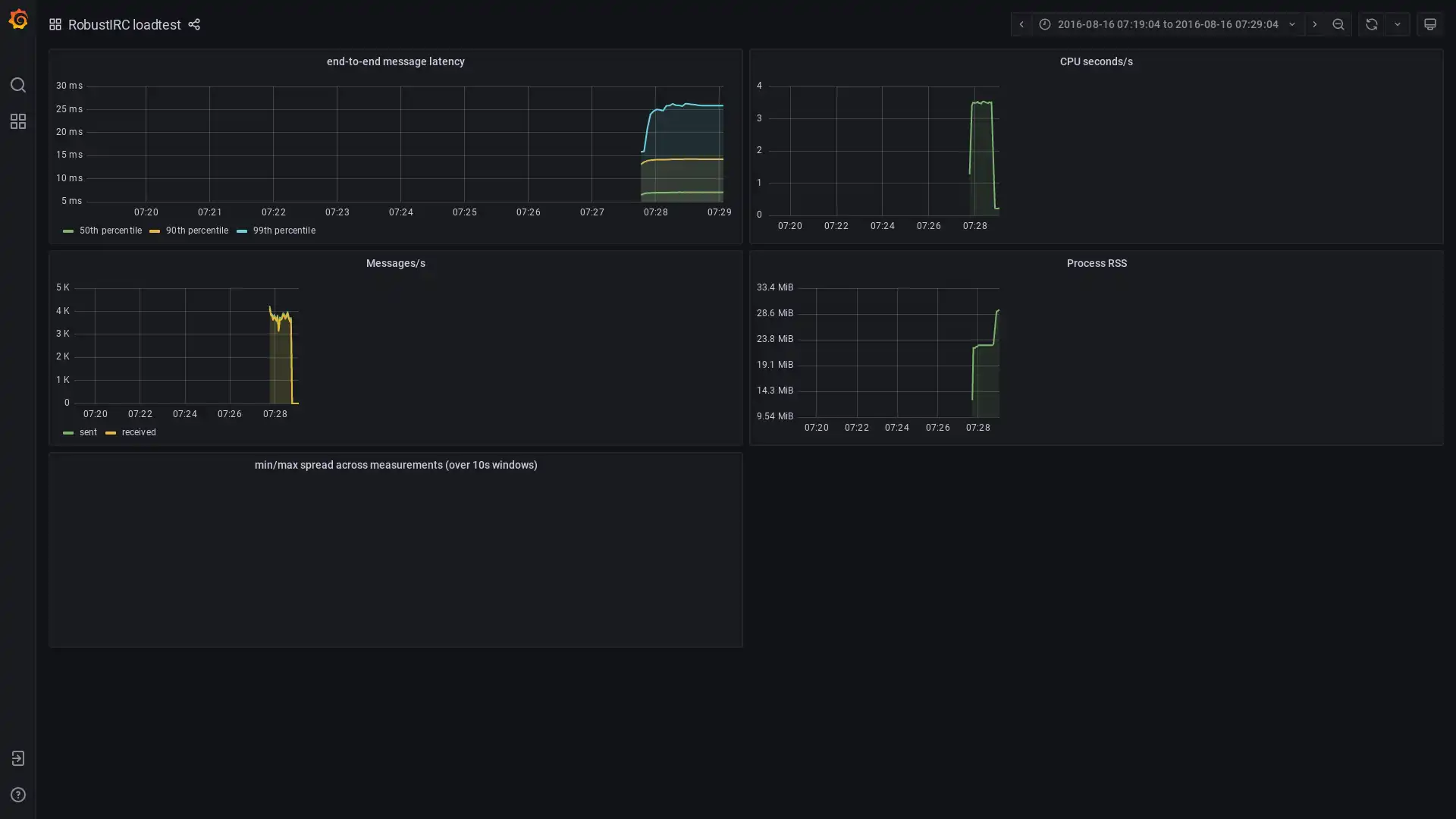 Image resolution: width=1456 pixels, height=819 pixels. Describe the element at coordinates (1020, 24) in the screenshot. I see `Move time range backwards` at that location.